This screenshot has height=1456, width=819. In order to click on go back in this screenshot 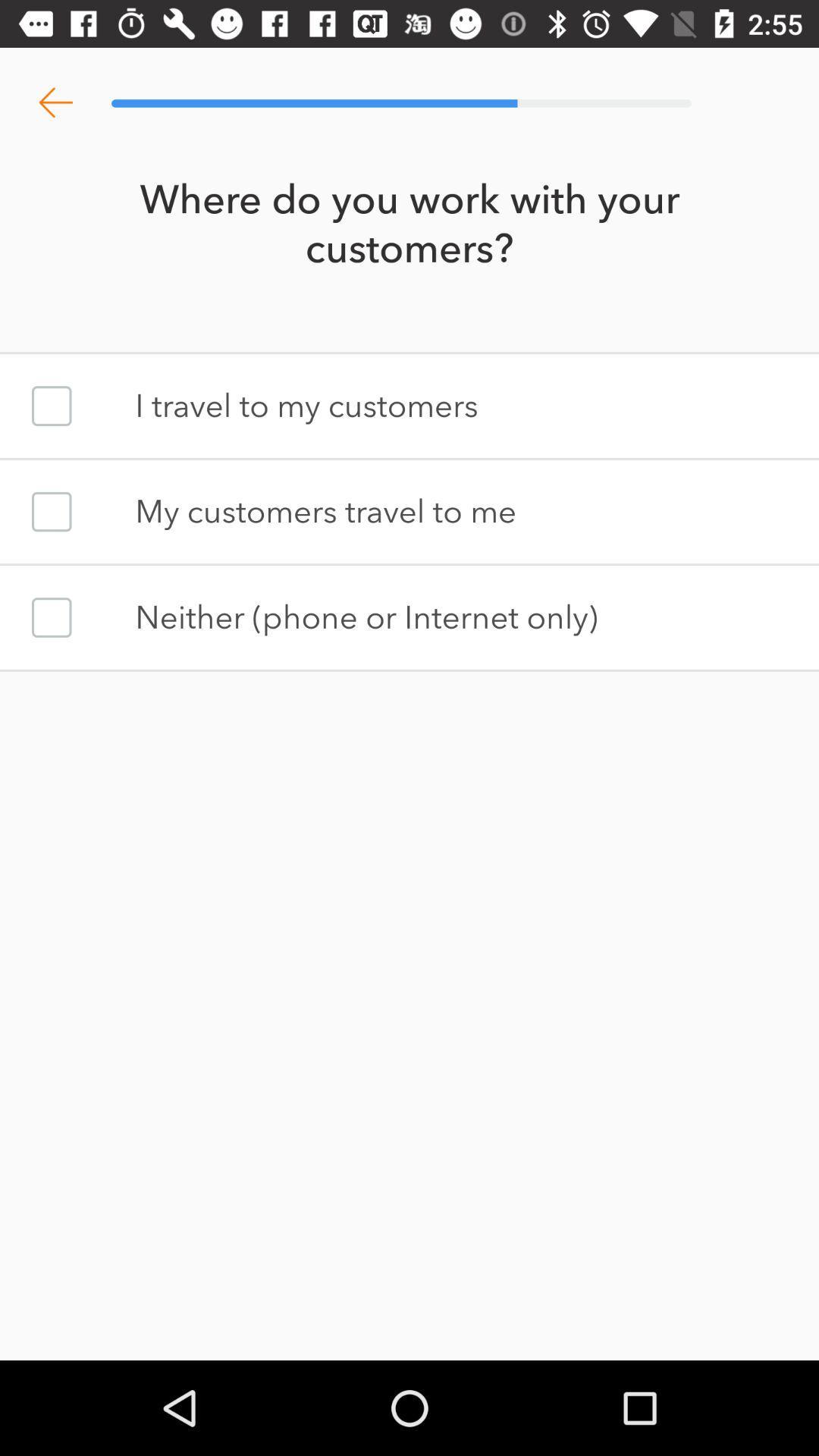, I will do `click(55, 102)`.